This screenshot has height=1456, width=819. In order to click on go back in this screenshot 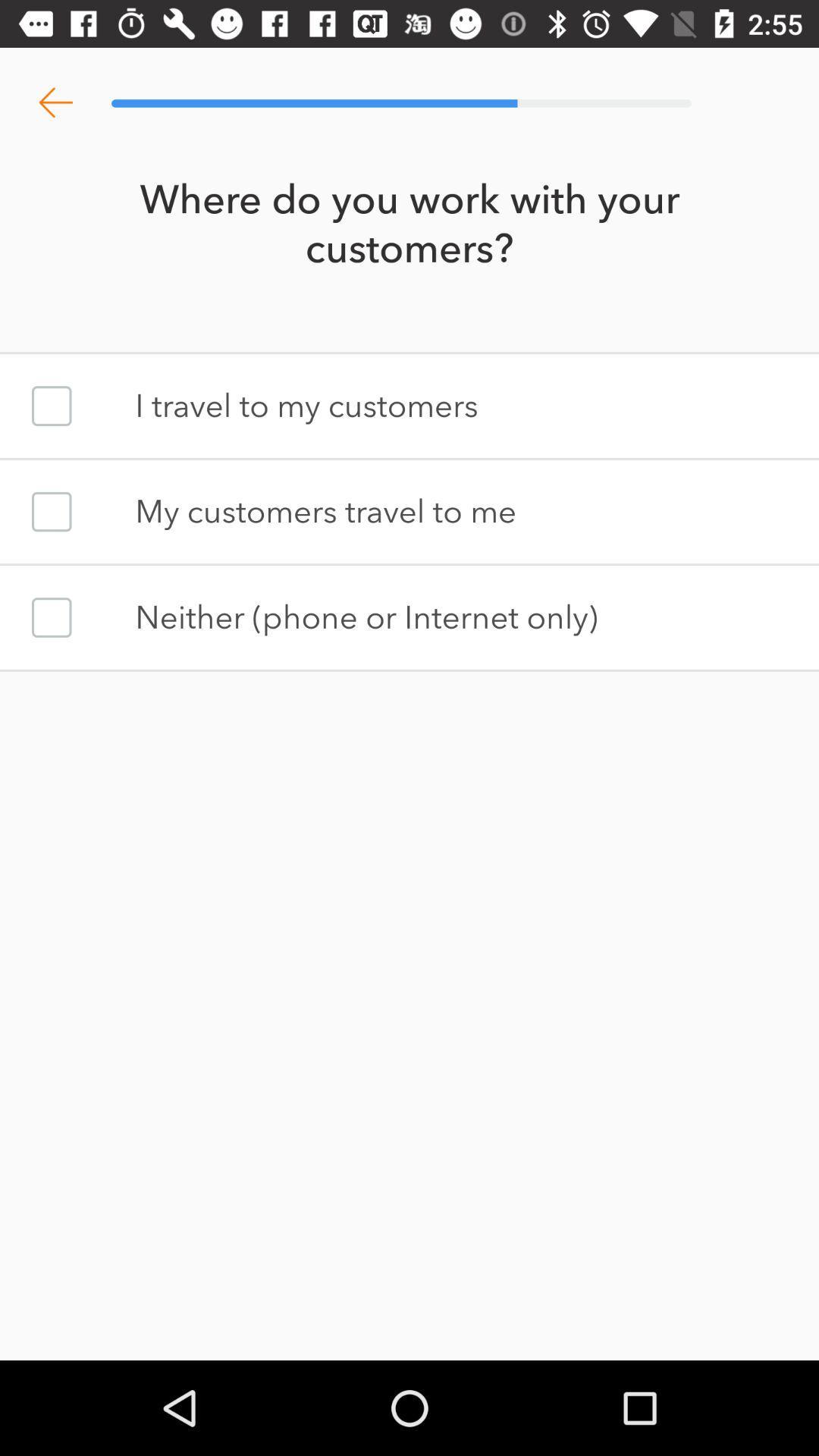, I will do `click(55, 102)`.